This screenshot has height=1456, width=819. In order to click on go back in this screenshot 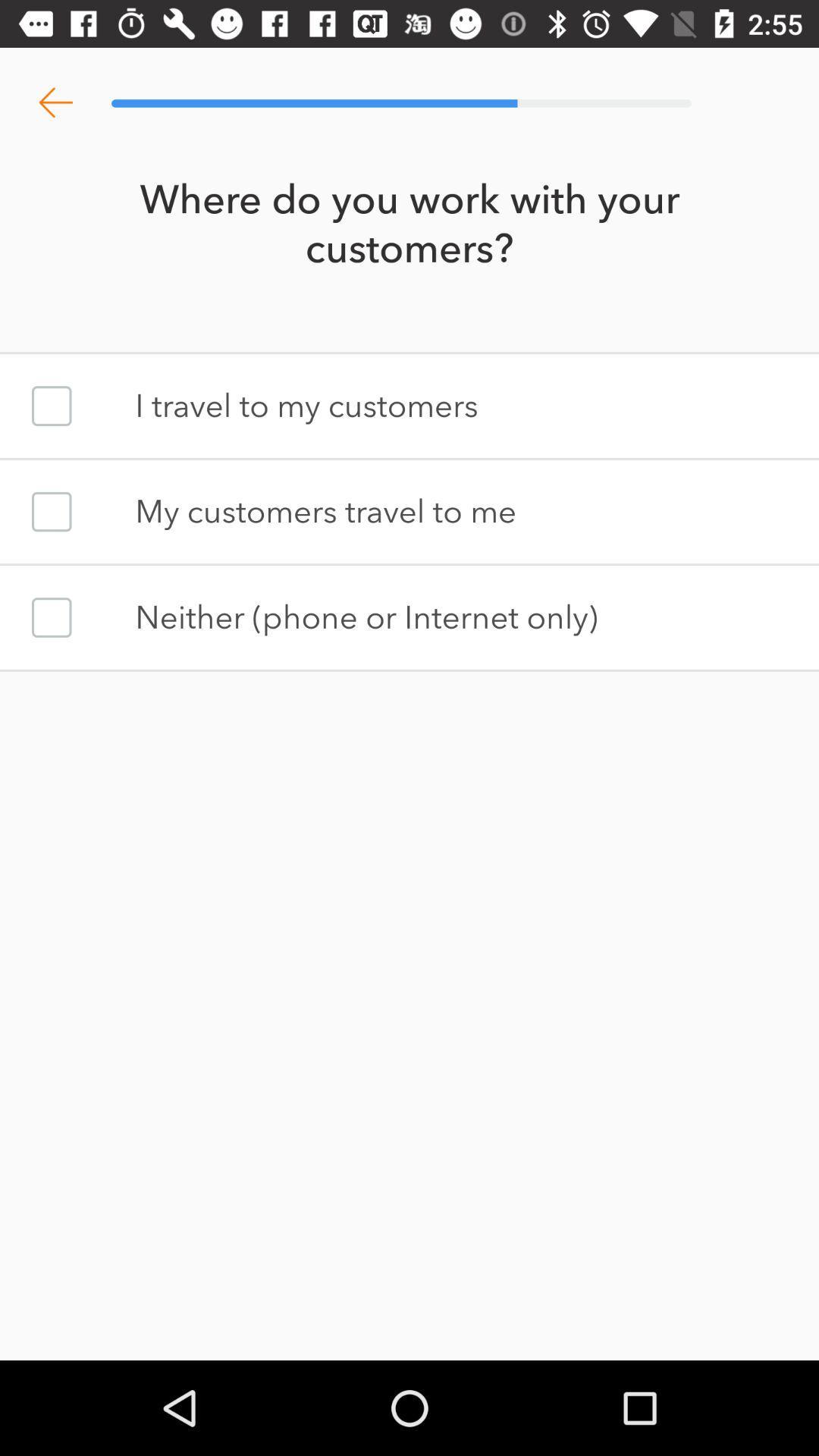, I will do `click(55, 102)`.